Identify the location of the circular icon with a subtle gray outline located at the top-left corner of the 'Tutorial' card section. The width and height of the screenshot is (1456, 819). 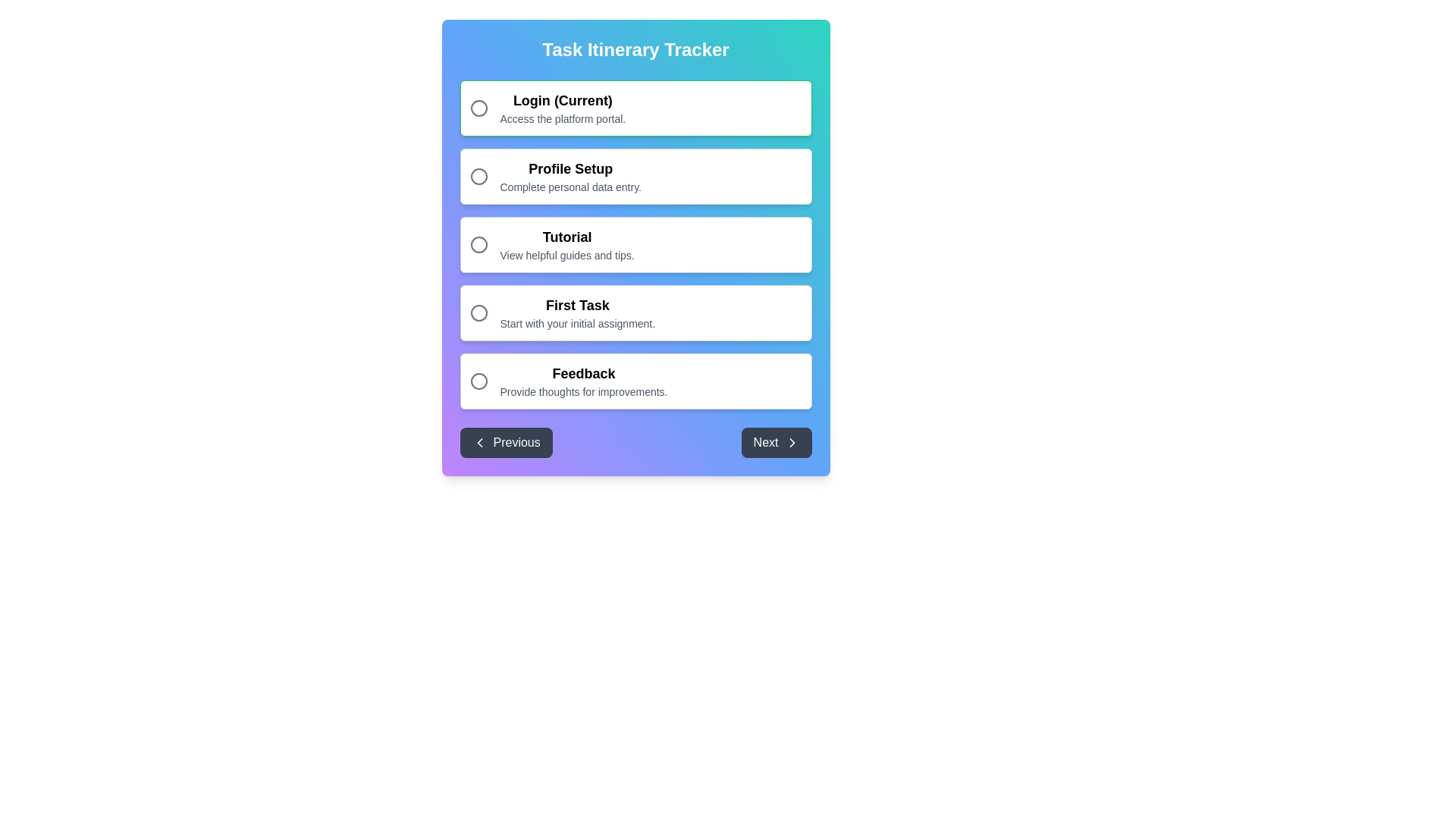
(478, 244).